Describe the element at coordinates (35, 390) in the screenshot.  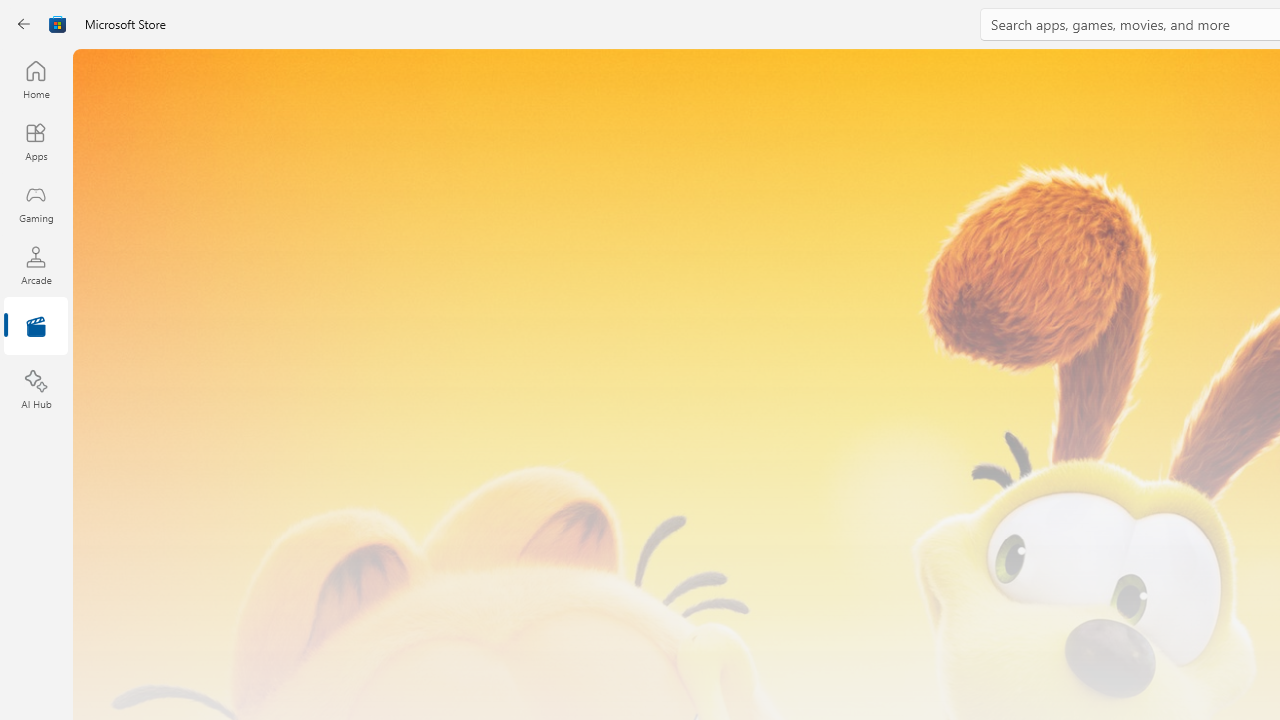
I see `'AI Hub'` at that location.